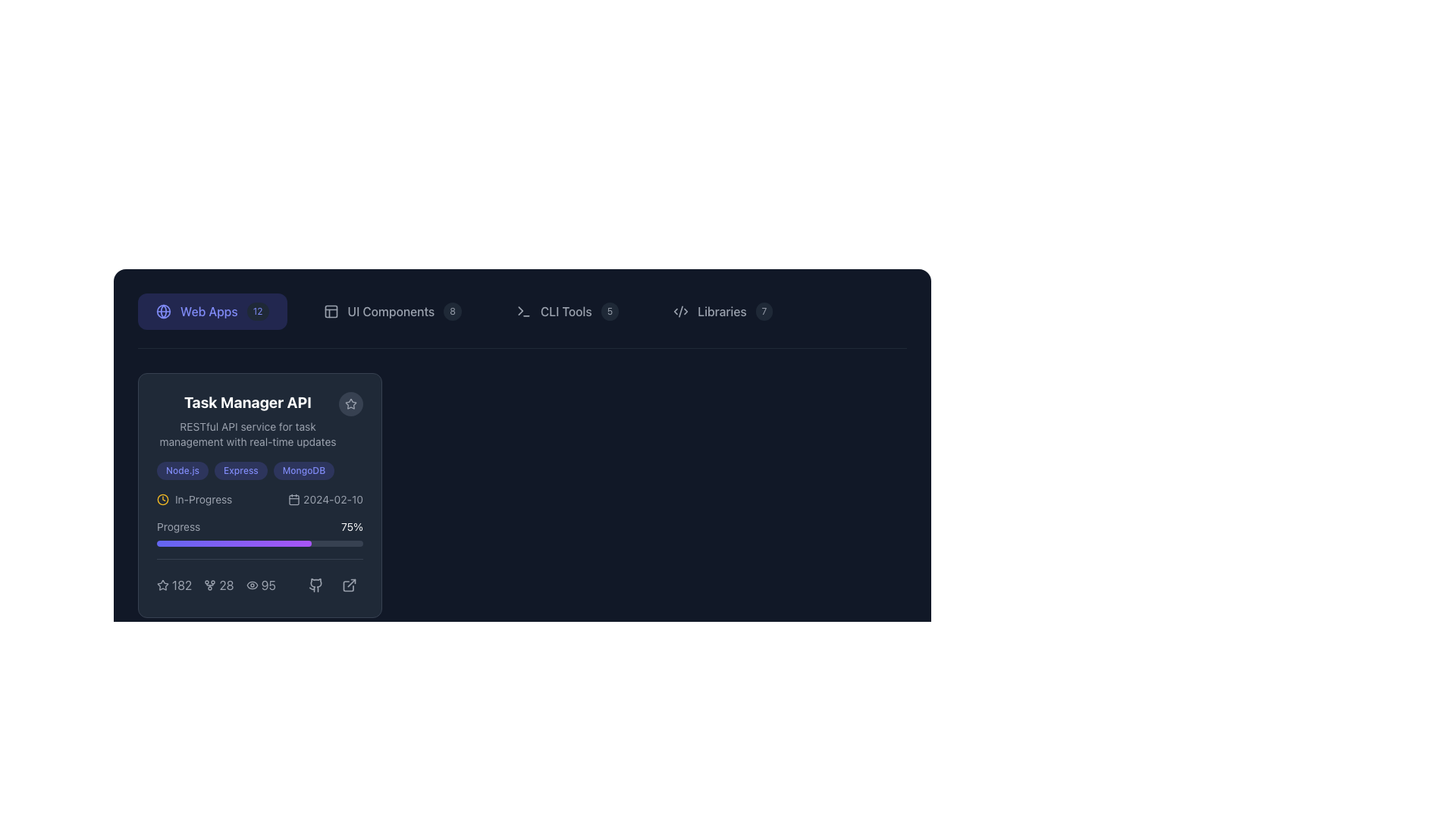  I want to click on the progress and status information represented by the progress bar in the 'Task Manager API' card located in the lower portion of the card, so click(259, 544).